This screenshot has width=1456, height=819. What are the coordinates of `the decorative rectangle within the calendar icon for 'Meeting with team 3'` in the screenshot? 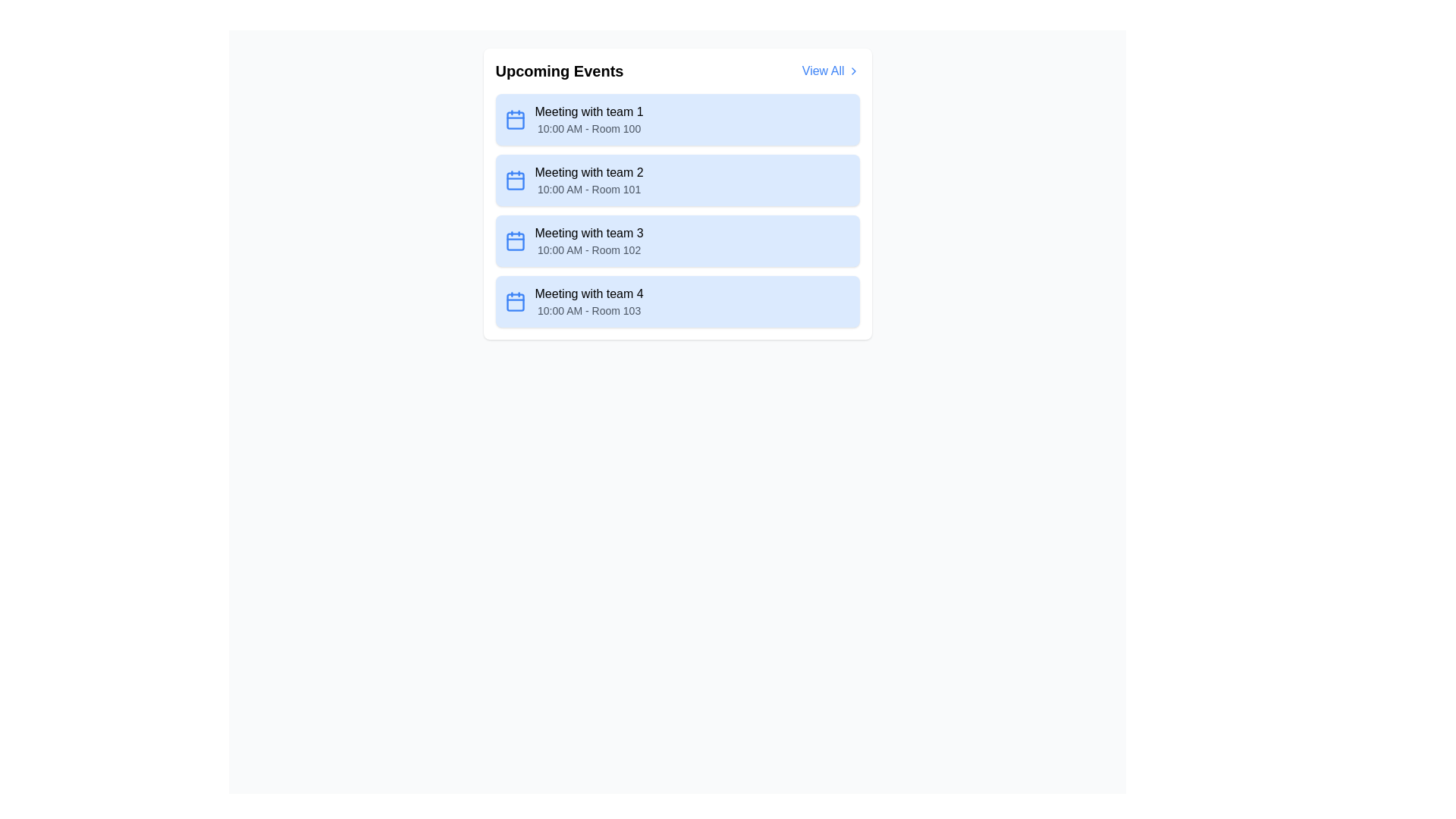 It's located at (515, 241).